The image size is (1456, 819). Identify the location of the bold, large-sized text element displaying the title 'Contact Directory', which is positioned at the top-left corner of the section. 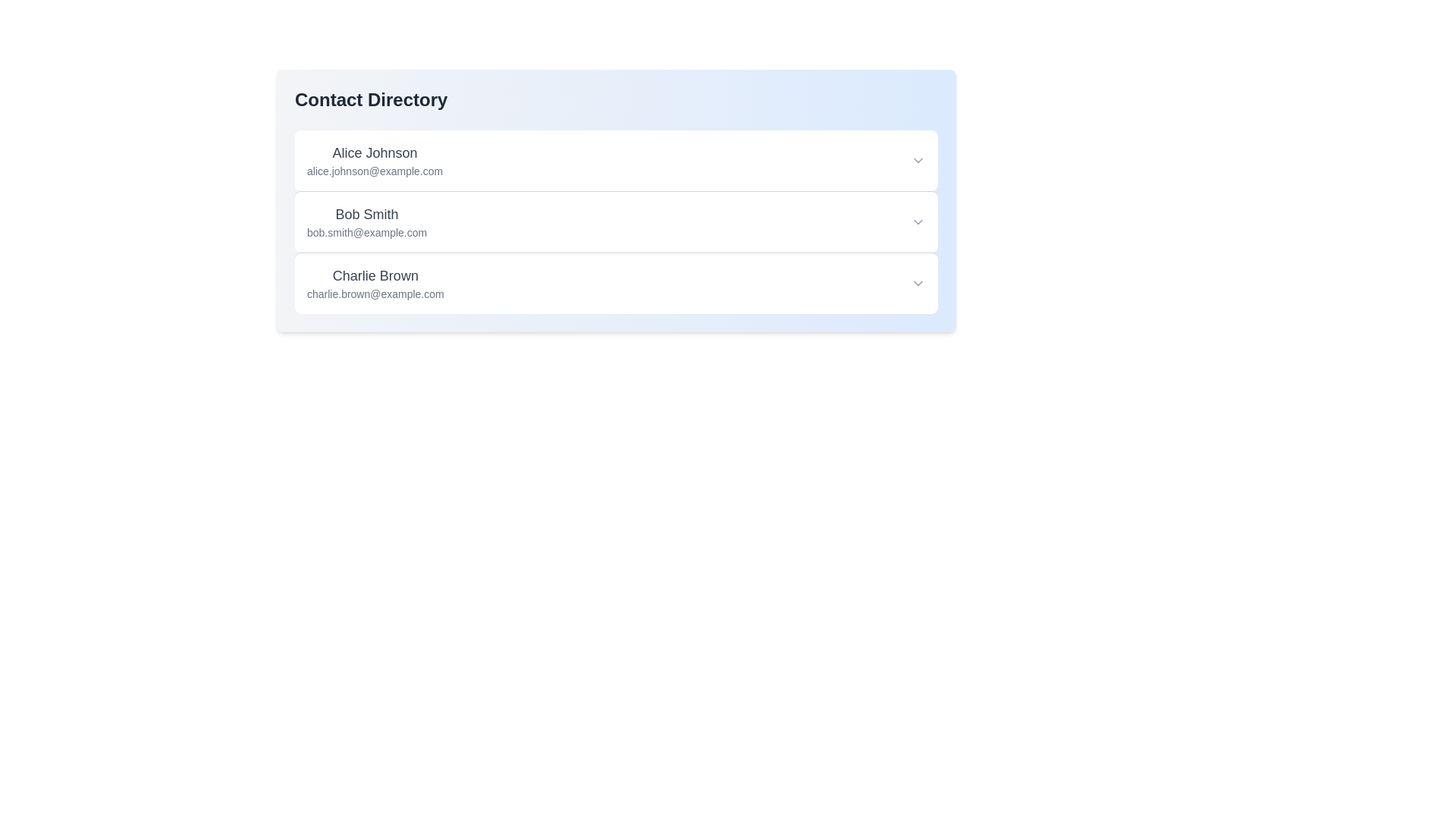
(371, 99).